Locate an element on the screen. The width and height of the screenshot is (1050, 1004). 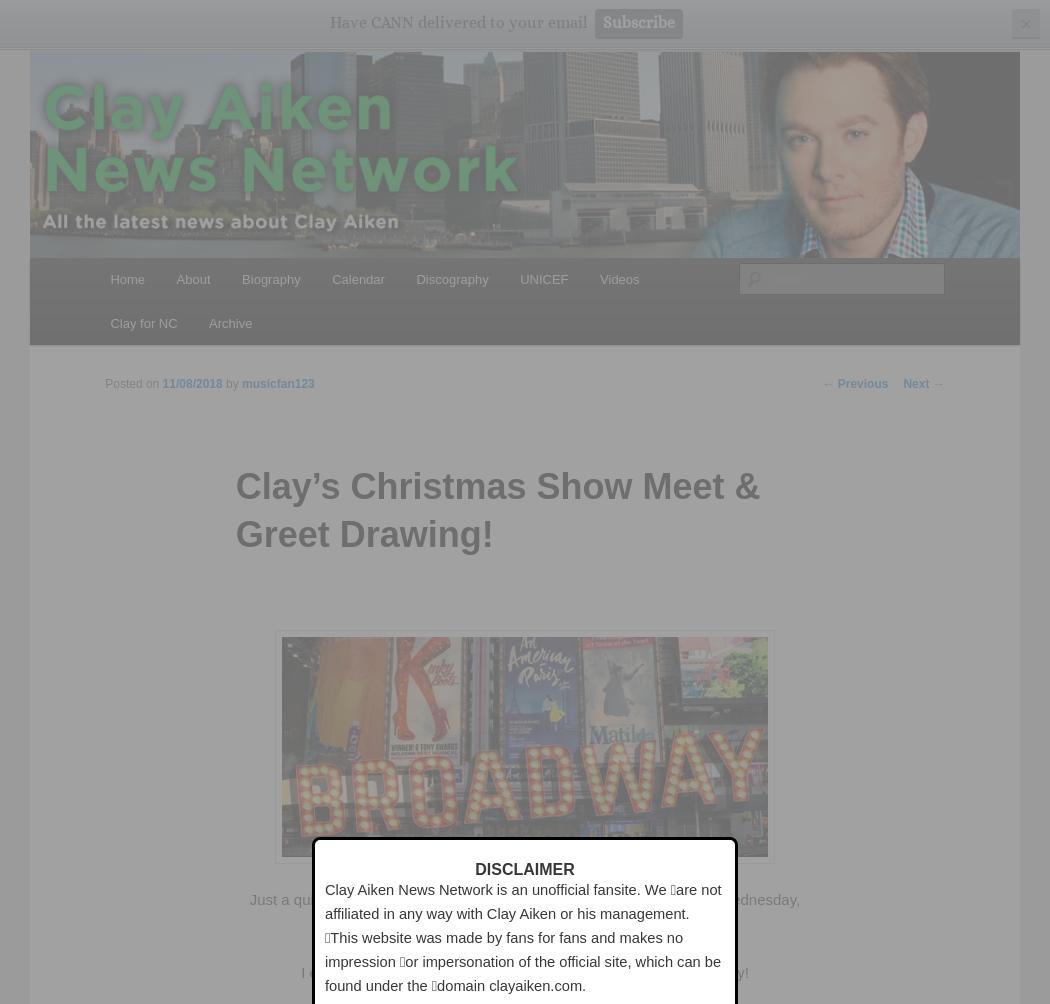
'by' is located at coordinates (234, 383).